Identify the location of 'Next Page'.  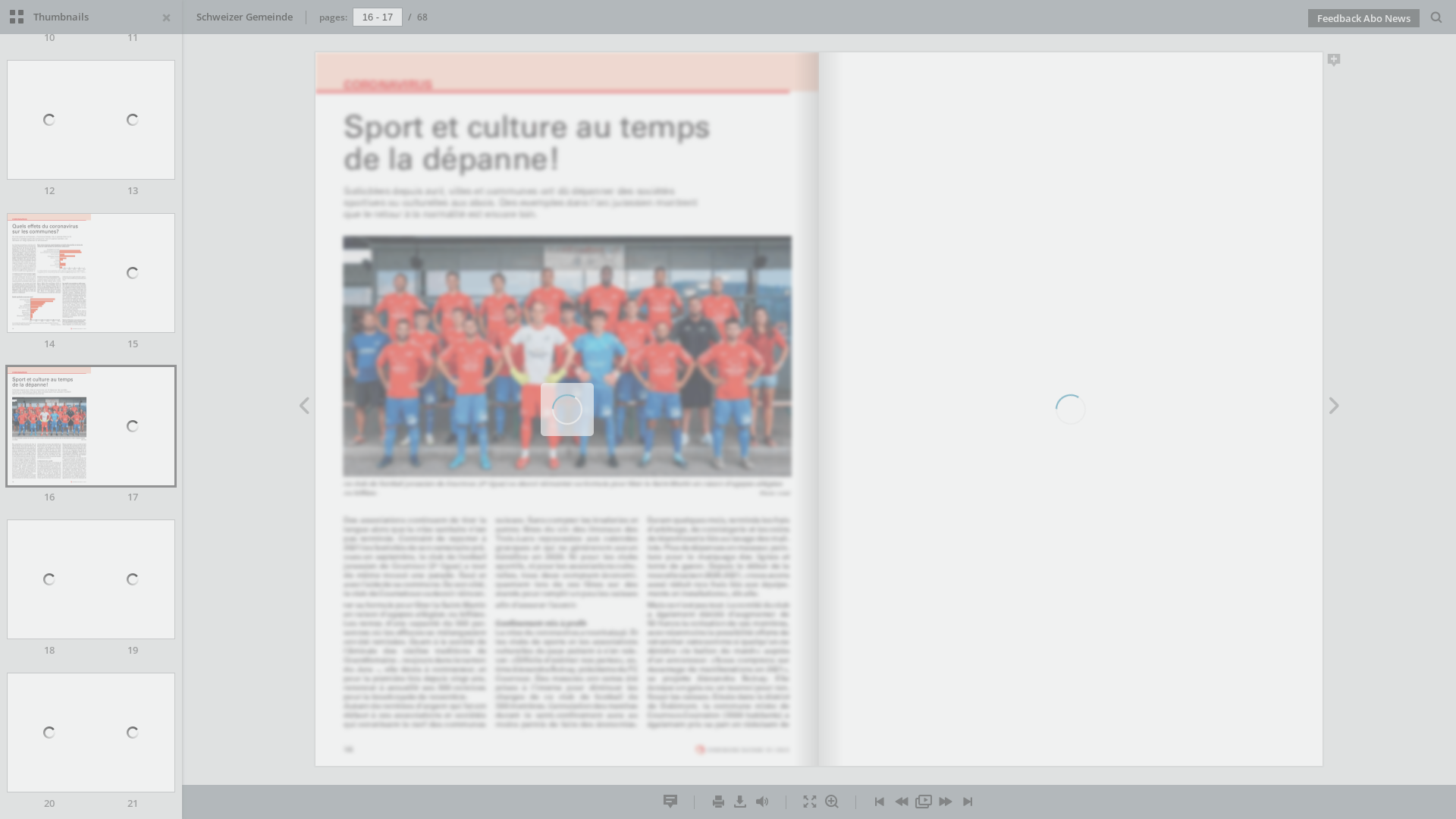
(1321, 406).